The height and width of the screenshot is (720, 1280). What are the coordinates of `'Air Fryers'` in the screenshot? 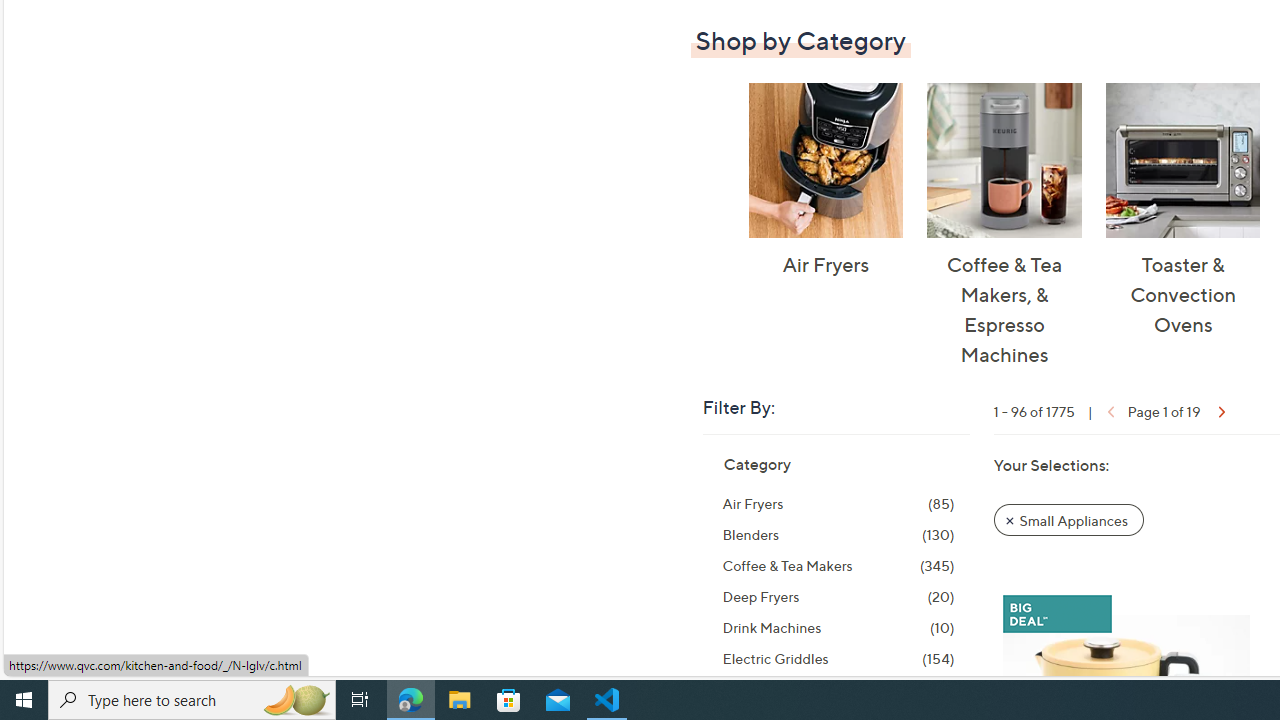 It's located at (825, 159).